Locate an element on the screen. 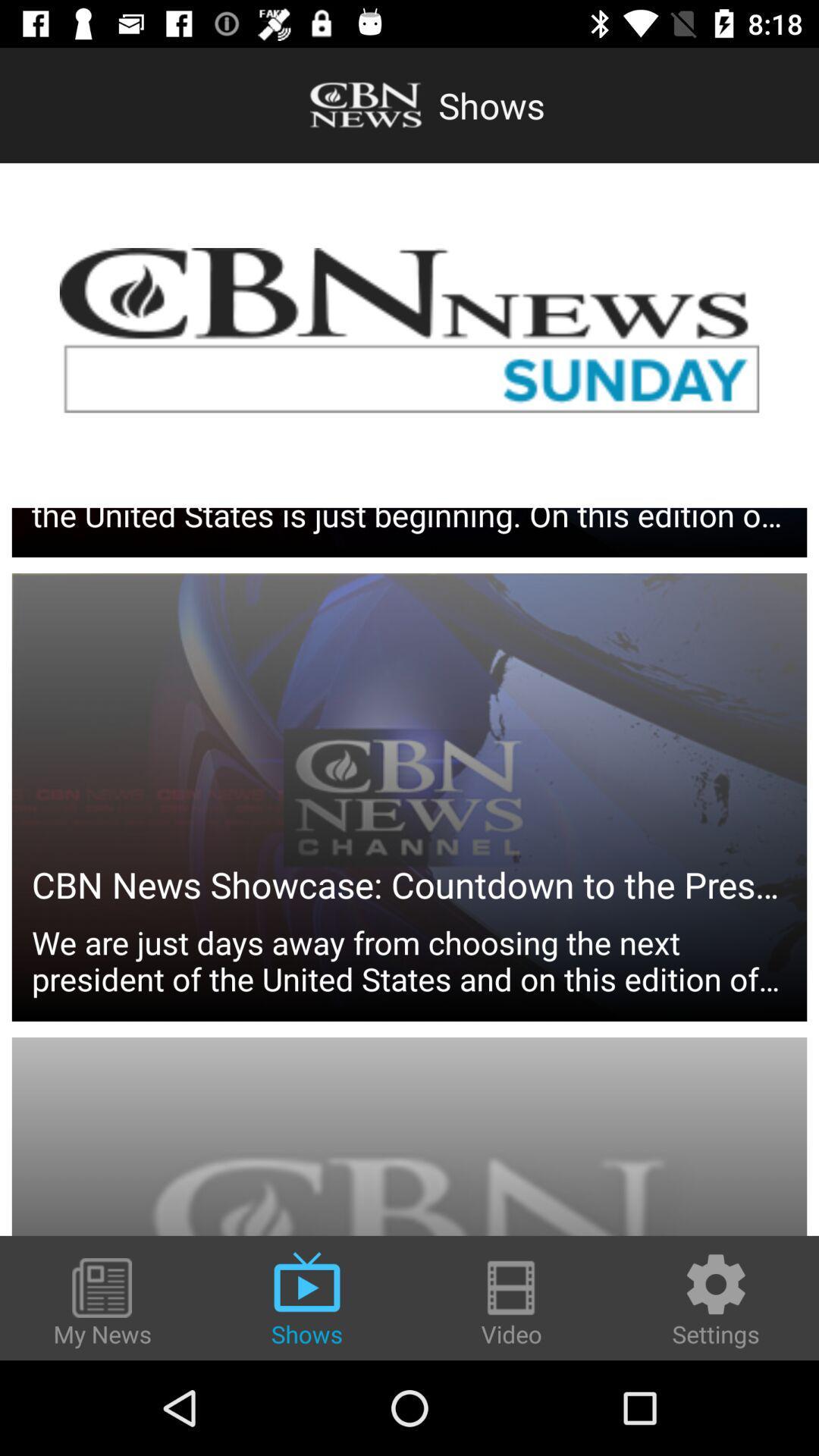 Image resolution: width=819 pixels, height=1456 pixels. item at the bottom right corner is located at coordinates (716, 1298).